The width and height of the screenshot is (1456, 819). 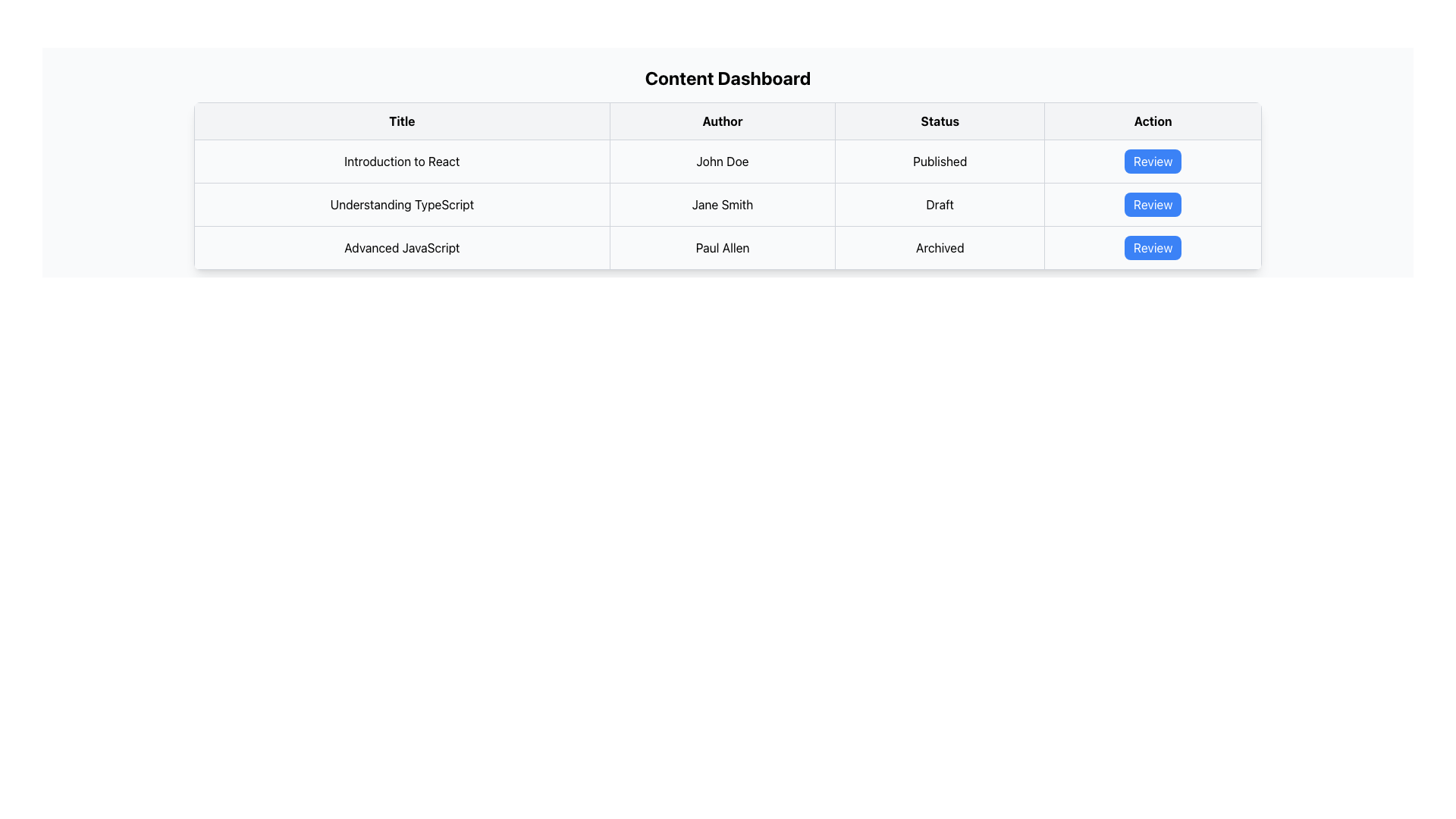 I want to click on the 'Action' table header which is the rightmost header in a horizontal row, characterized by bold text and a light gray background, so click(x=1153, y=120).